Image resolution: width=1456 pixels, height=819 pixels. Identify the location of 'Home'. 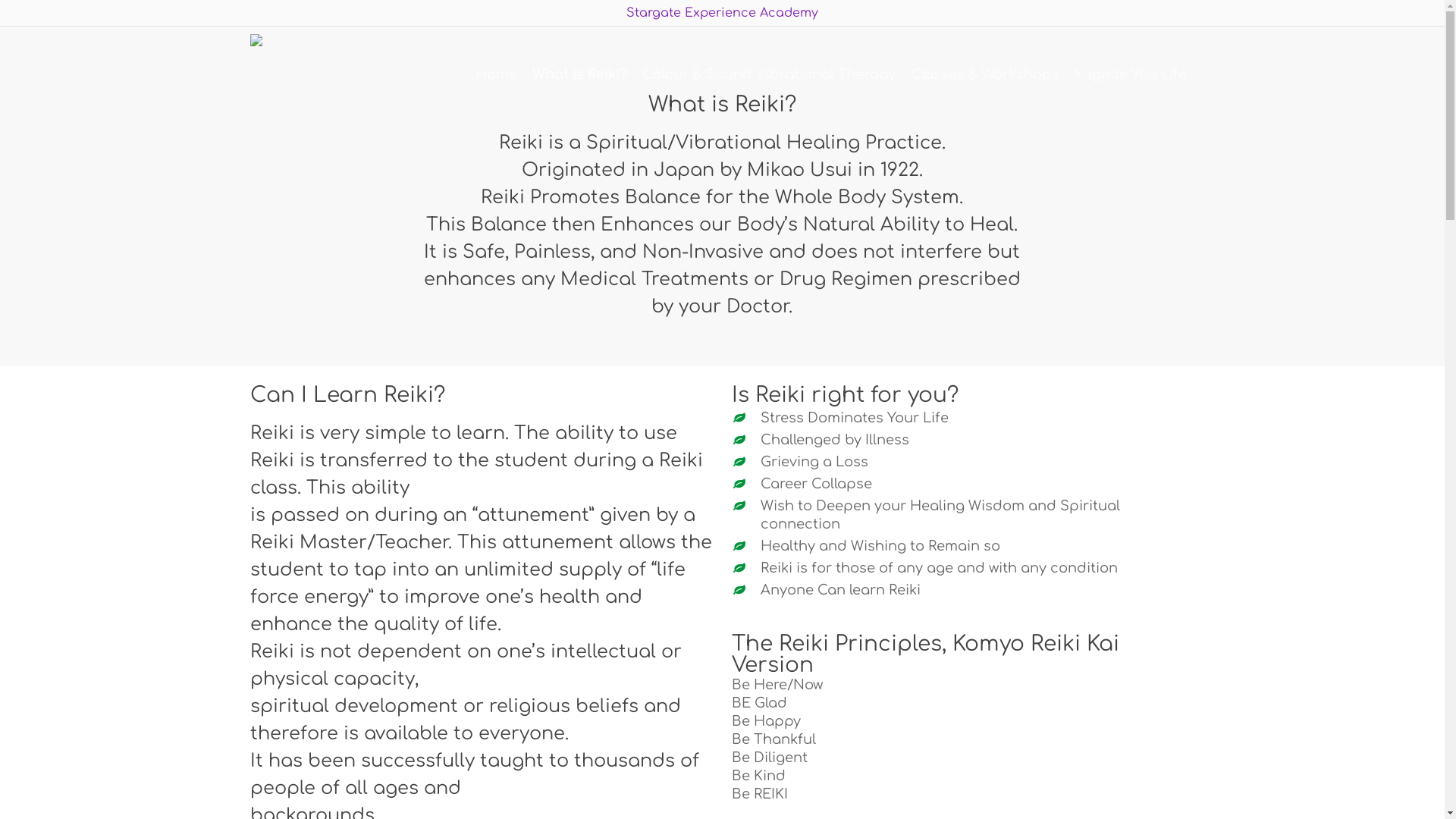
(496, 74).